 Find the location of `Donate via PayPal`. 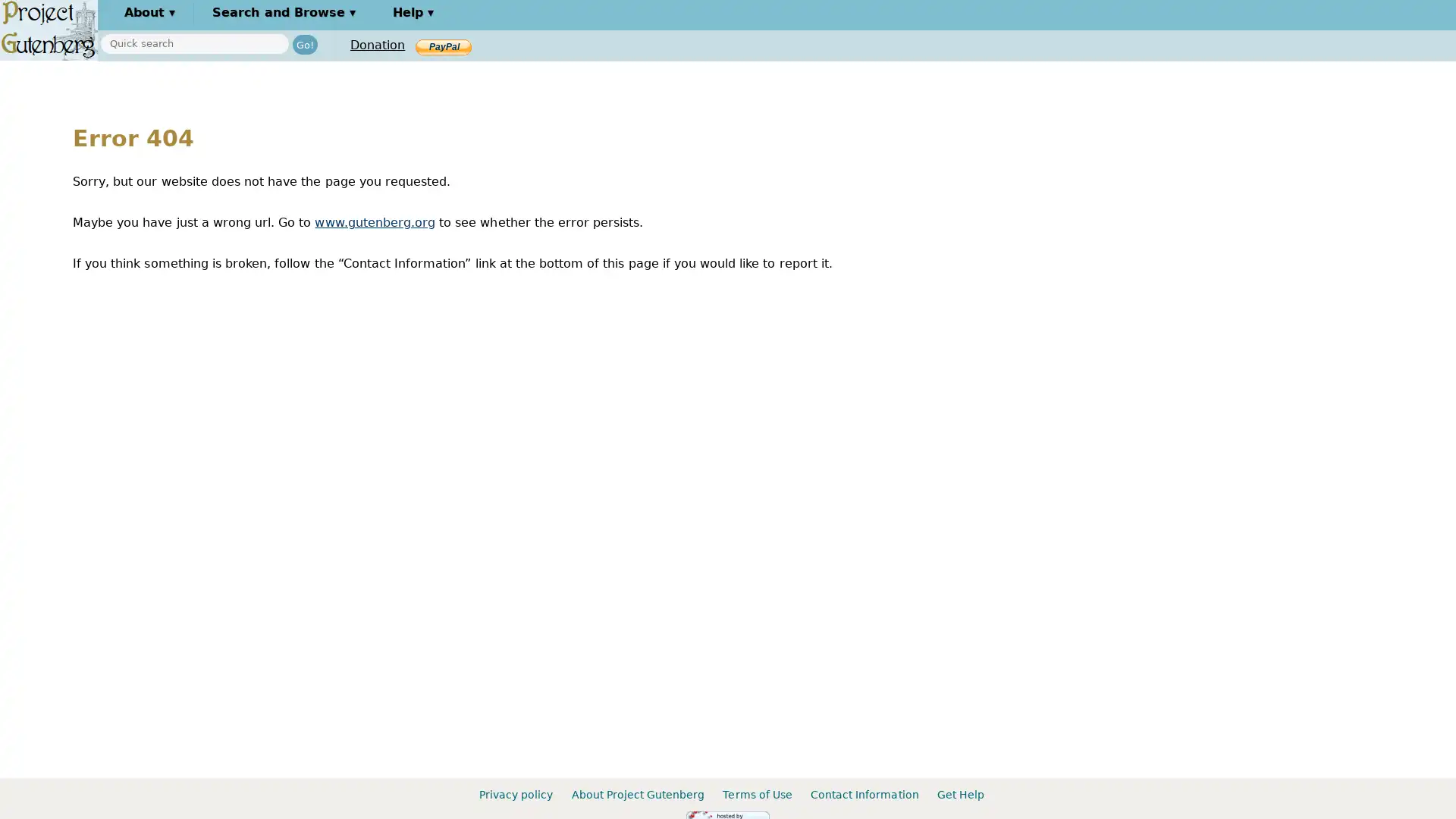

Donate via PayPal is located at coordinates (443, 45).